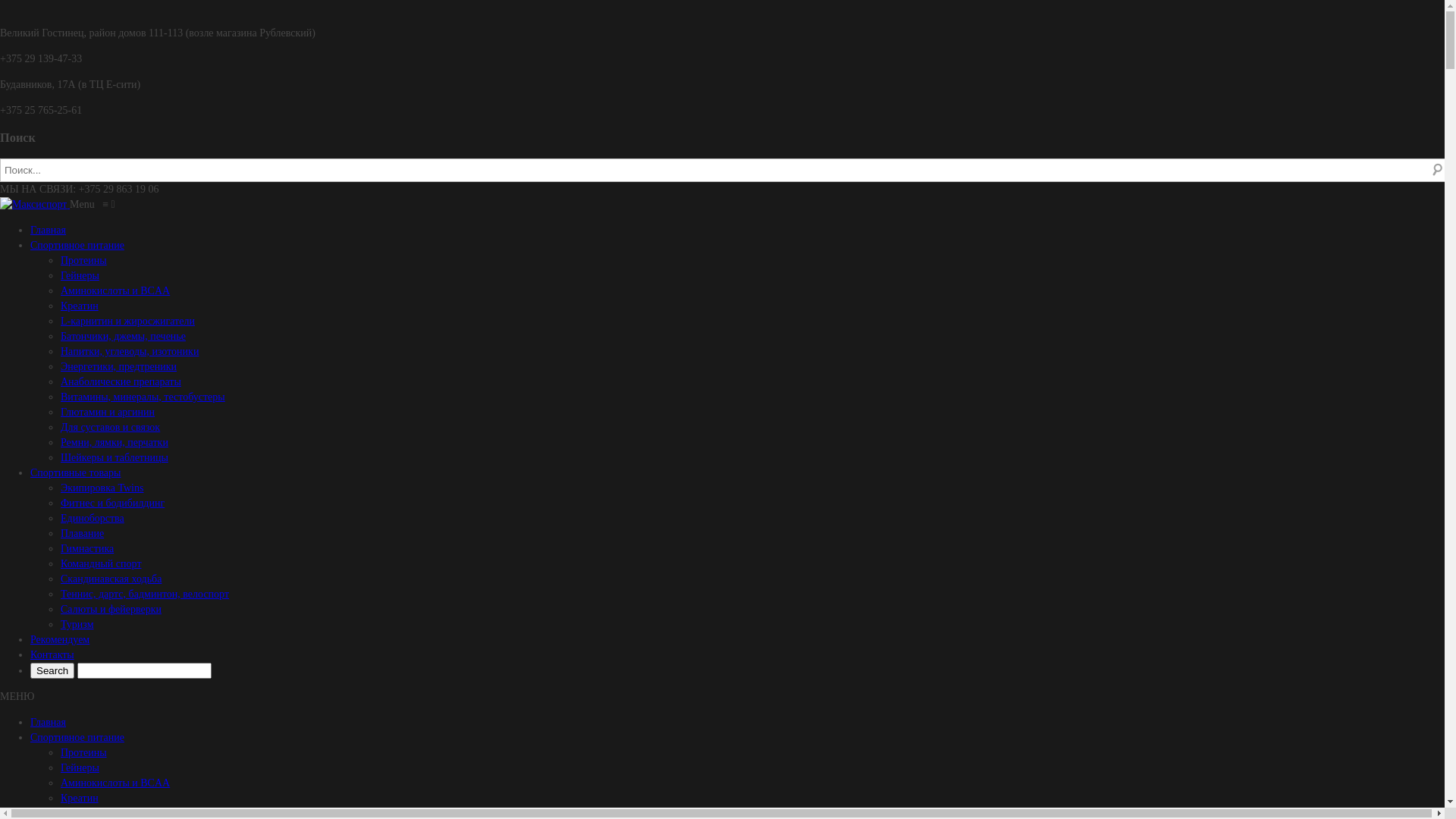 This screenshot has width=1456, height=819. Describe the element at coordinates (52, 670) in the screenshot. I see `'Search'` at that location.